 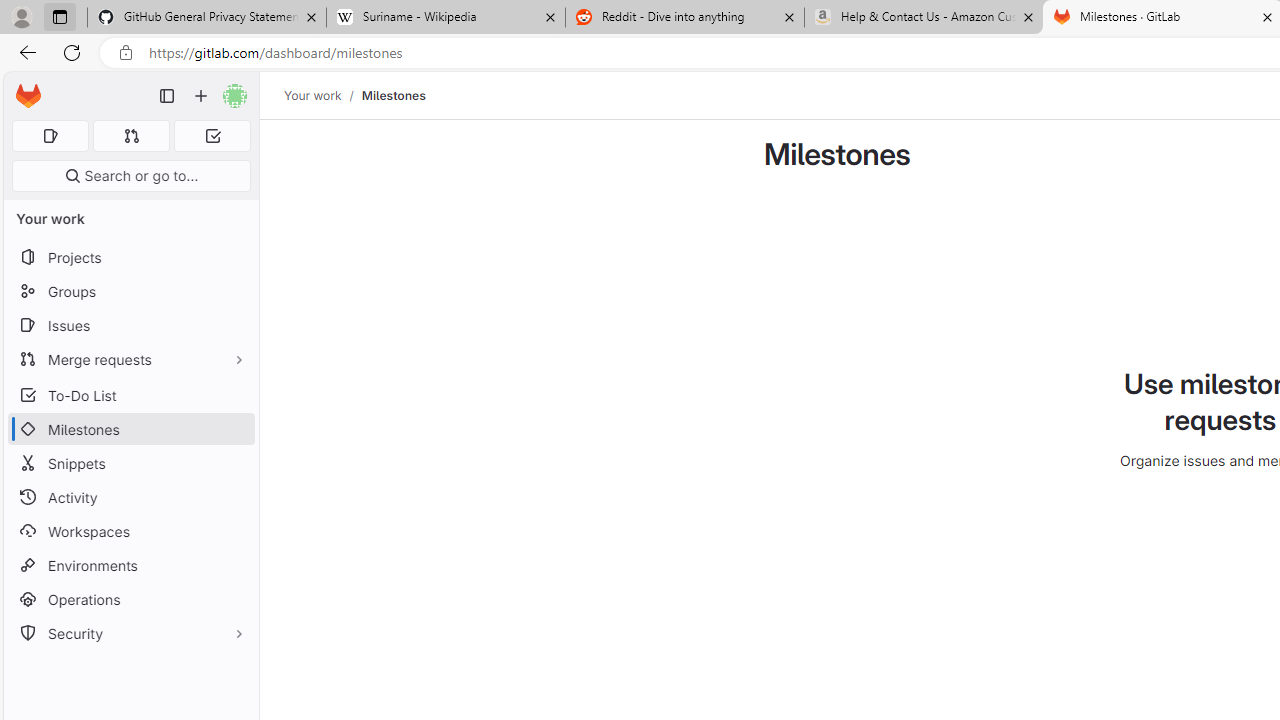 I want to click on 'Groups', so click(x=130, y=291).